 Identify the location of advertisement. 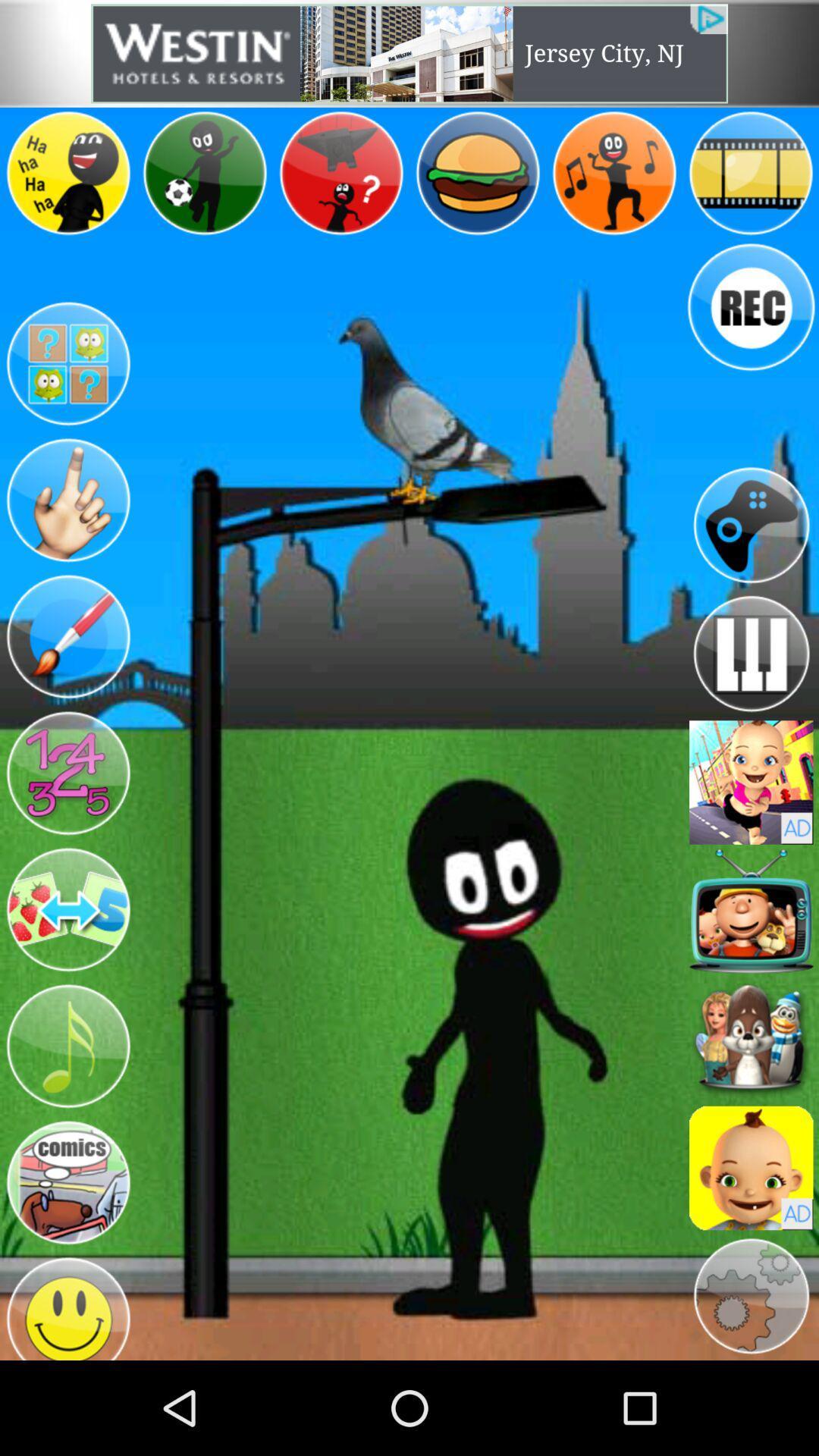
(409, 53).